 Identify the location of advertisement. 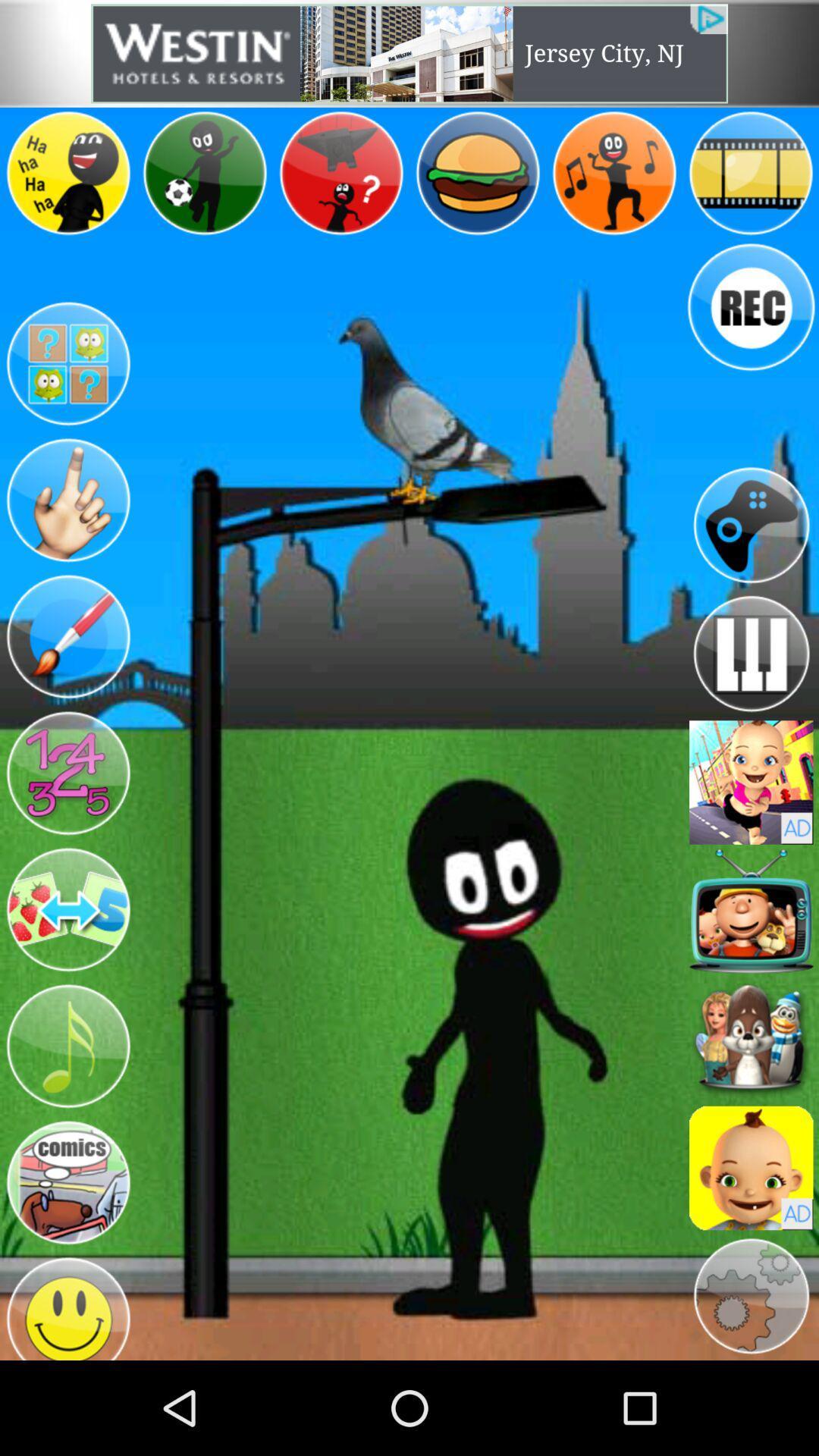
(409, 53).